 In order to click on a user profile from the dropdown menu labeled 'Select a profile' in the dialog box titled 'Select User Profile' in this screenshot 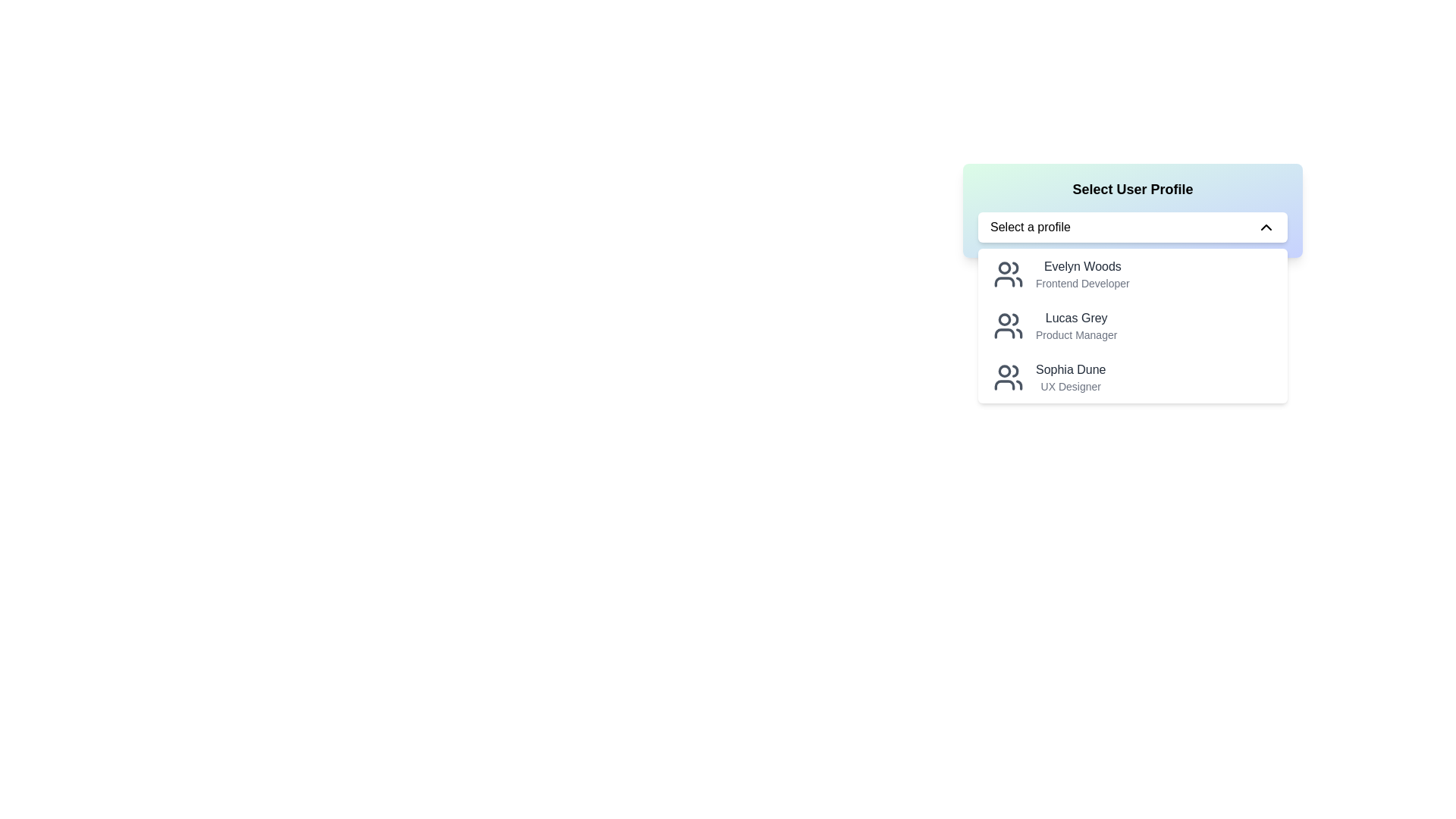, I will do `click(1132, 334)`.